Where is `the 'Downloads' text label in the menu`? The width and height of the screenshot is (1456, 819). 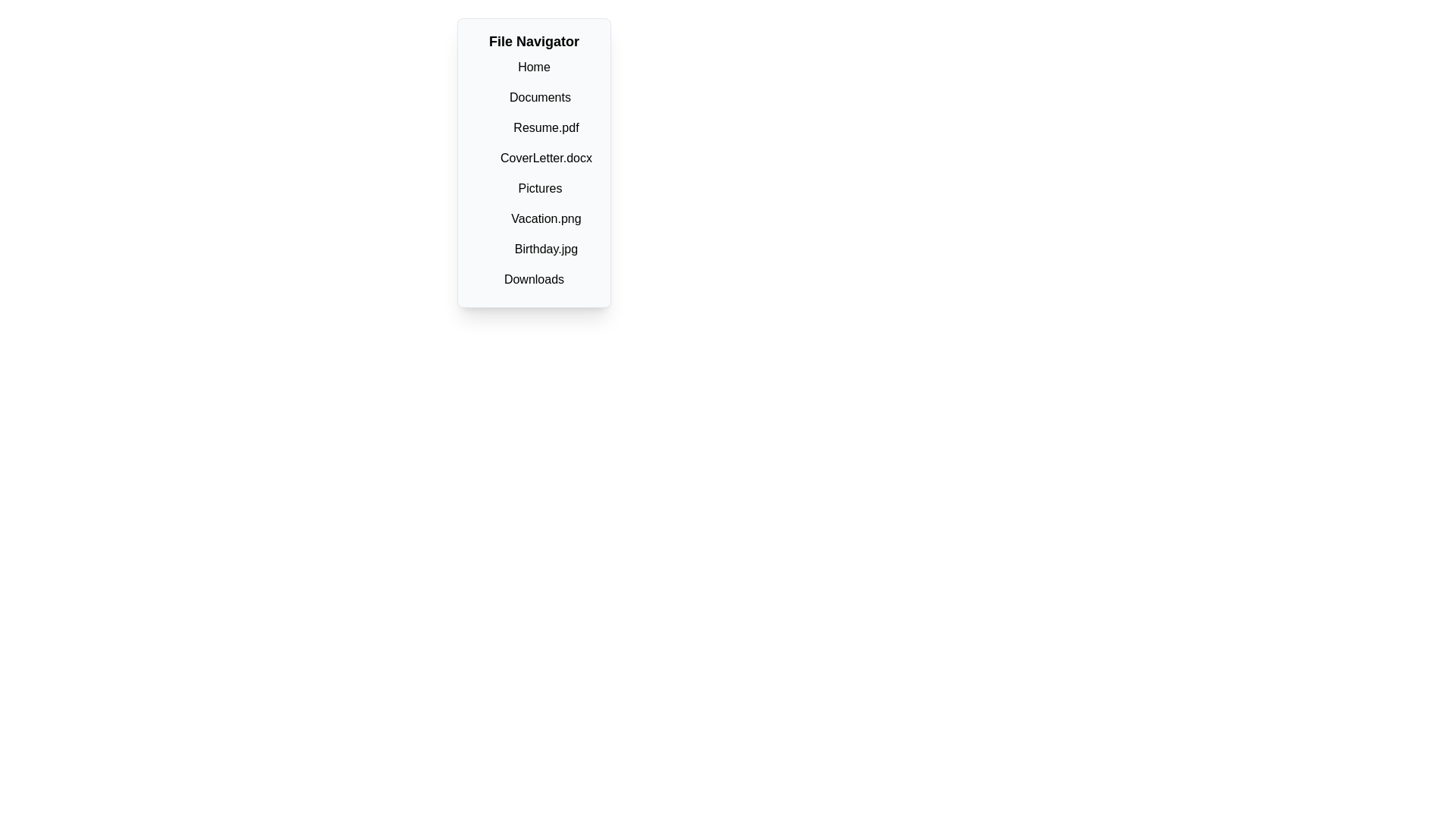
the 'Downloads' text label in the menu is located at coordinates (534, 280).